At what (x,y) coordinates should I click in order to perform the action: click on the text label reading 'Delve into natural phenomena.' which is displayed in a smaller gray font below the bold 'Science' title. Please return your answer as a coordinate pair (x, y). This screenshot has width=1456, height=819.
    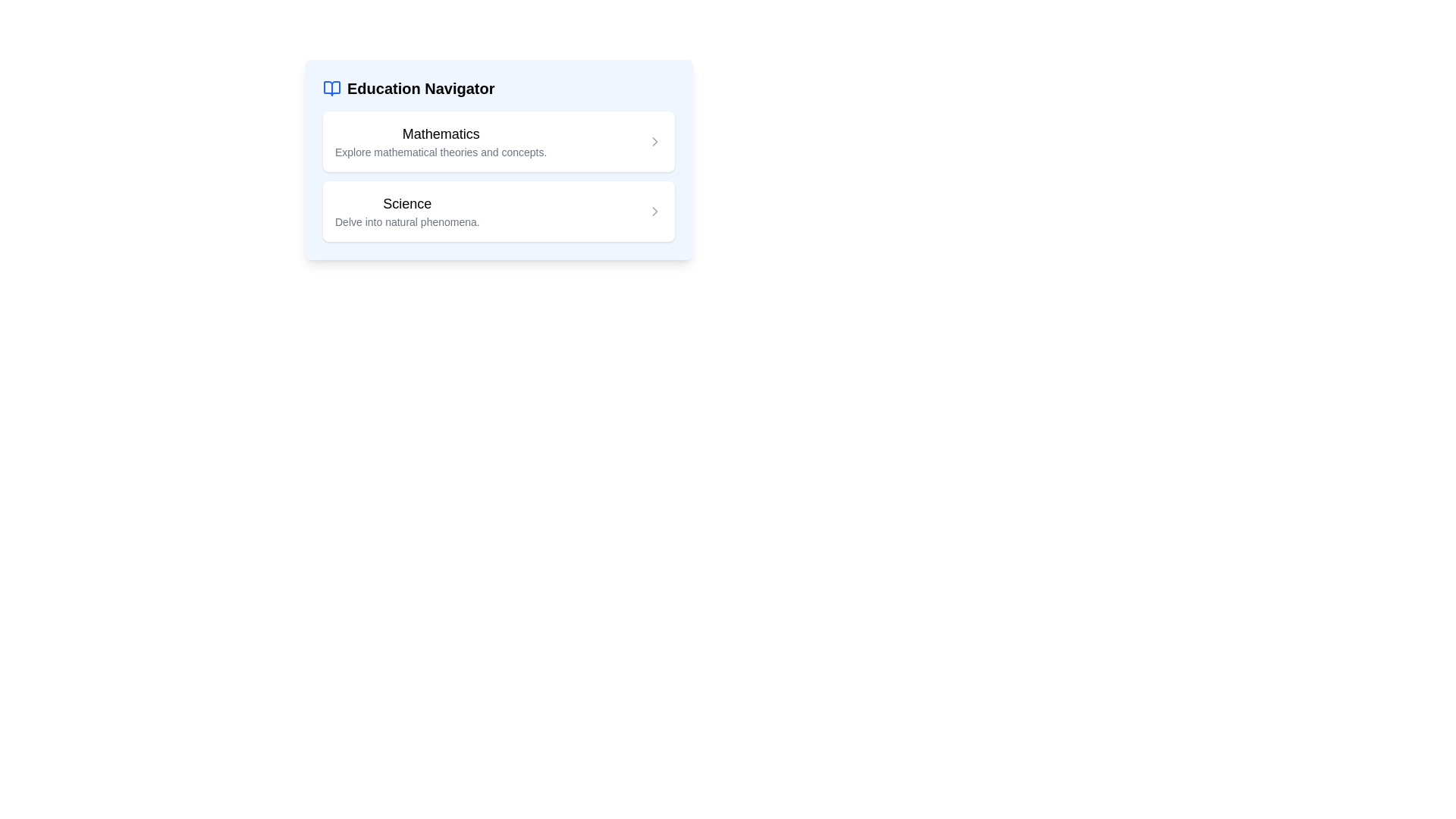
    Looking at the image, I should click on (407, 222).